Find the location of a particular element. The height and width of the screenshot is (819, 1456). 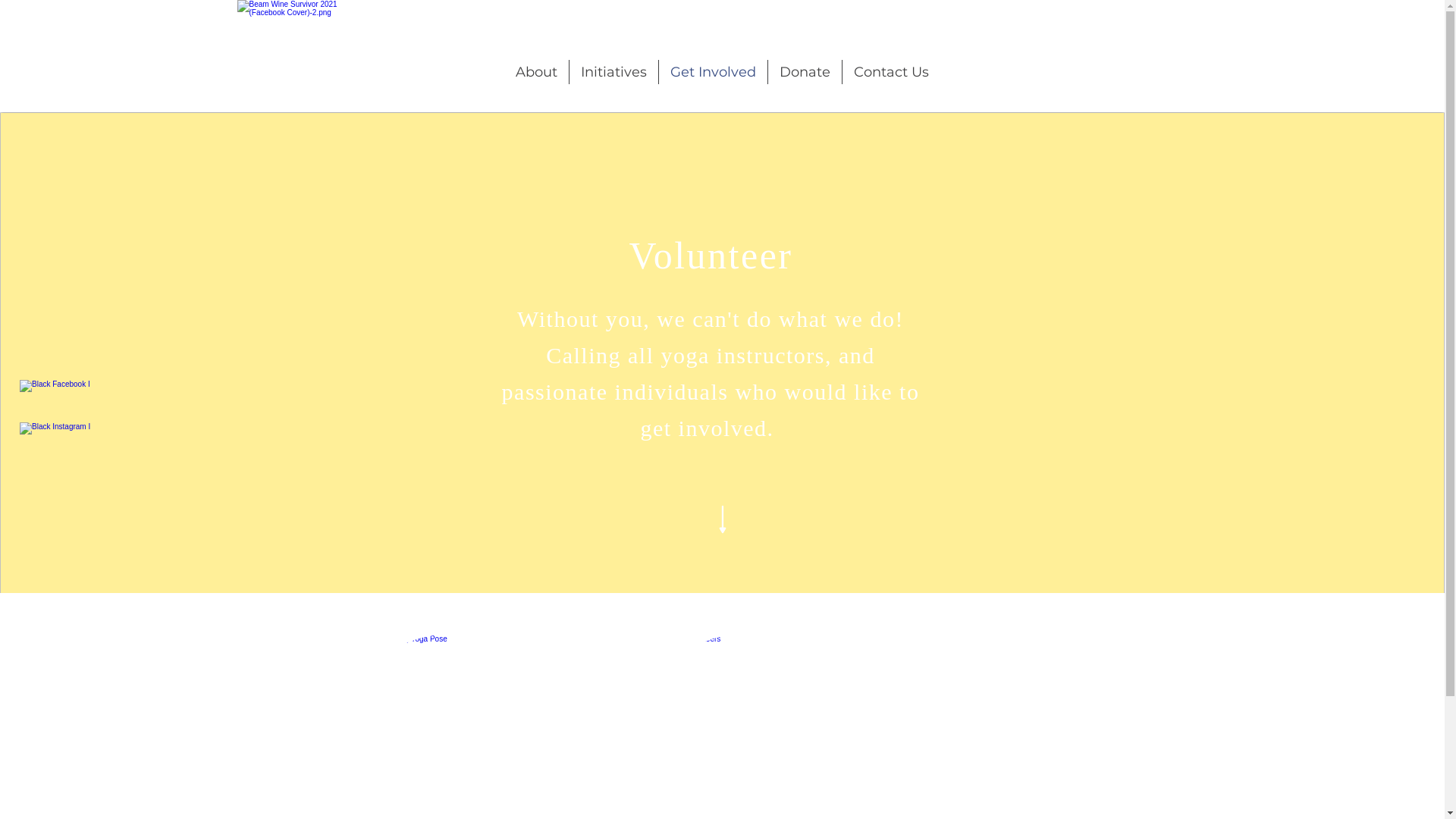

'Get Involved' is located at coordinates (712, 72).